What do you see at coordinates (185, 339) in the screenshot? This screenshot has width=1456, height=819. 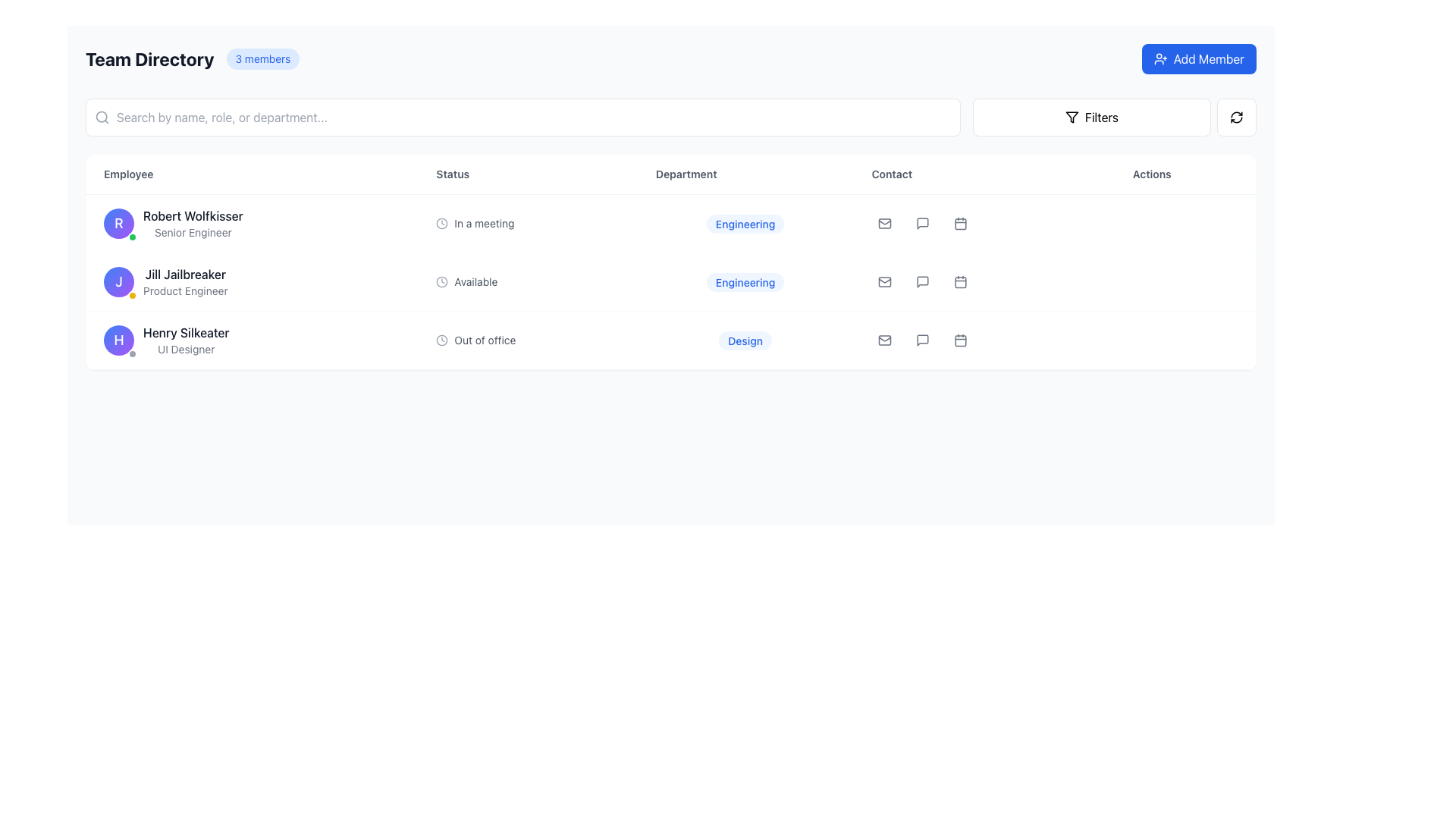 I see `the row containing the label with the text 'Henry Silkeater' and subtext 'UI Designer', which is the third entry in the 'Employee' list` at bounding box center [185, 339].